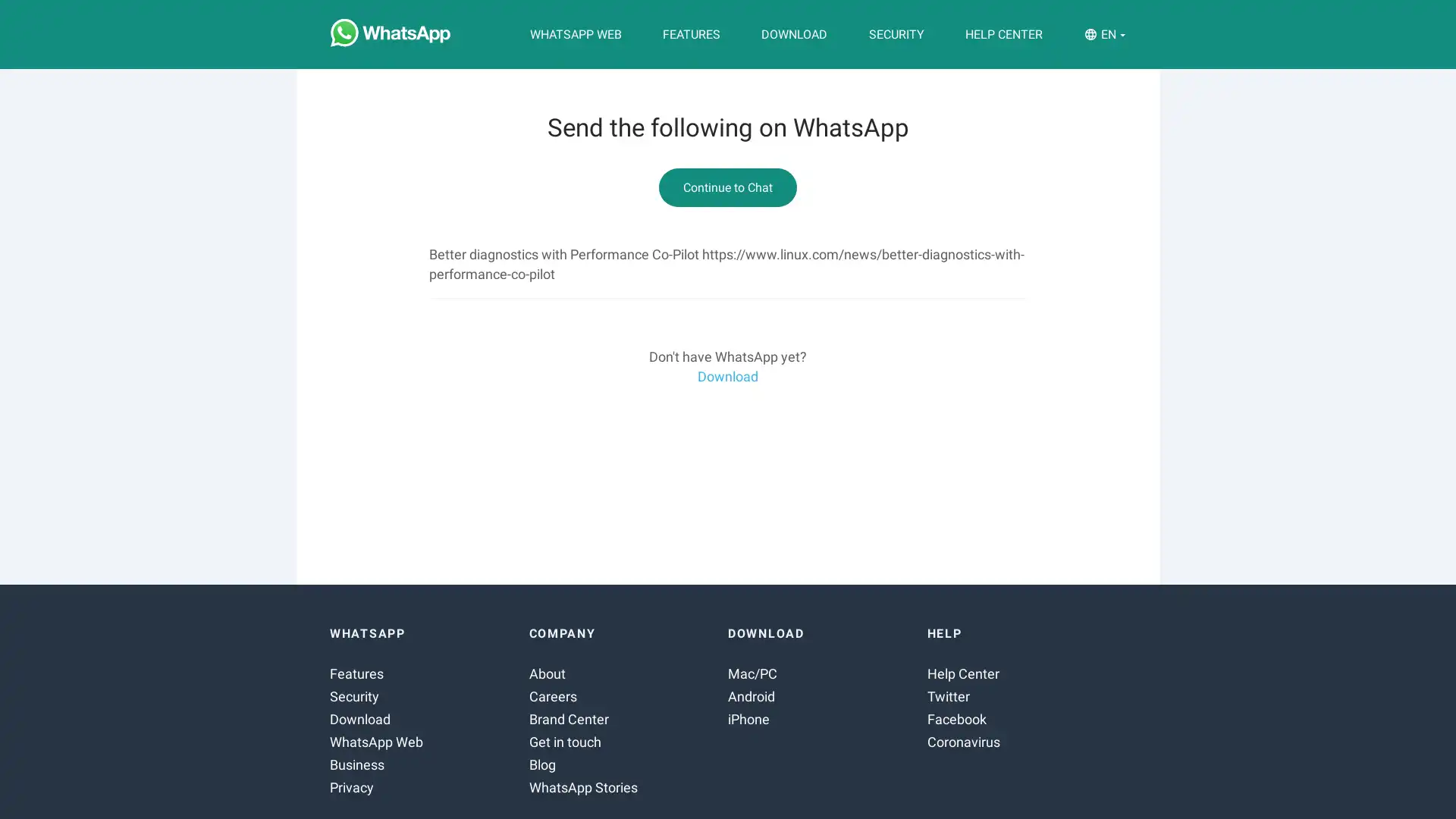  I want to click on EN, so click(1105, 34).